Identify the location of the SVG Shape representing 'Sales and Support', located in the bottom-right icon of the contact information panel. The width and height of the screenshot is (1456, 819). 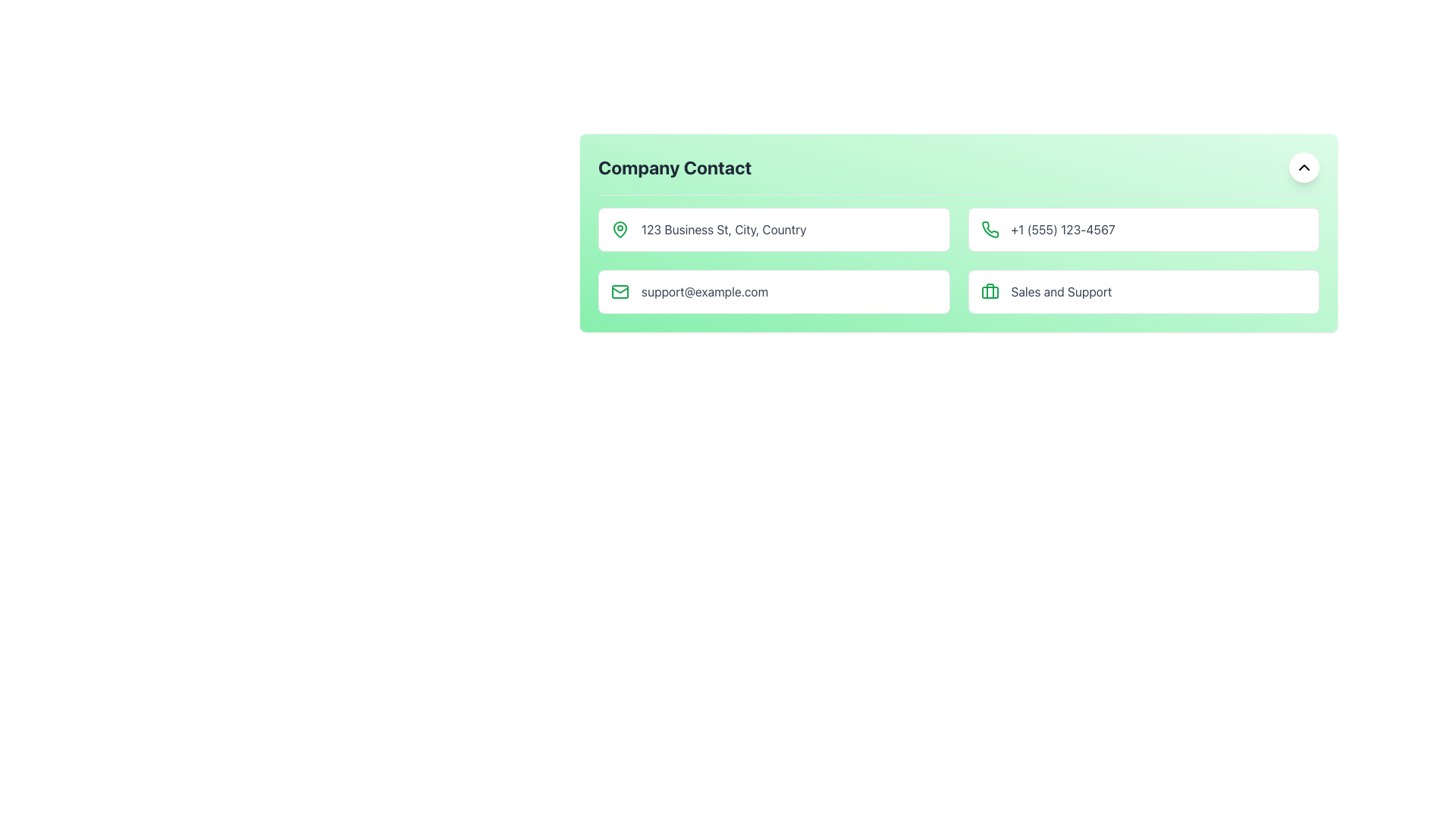
(990, 292).